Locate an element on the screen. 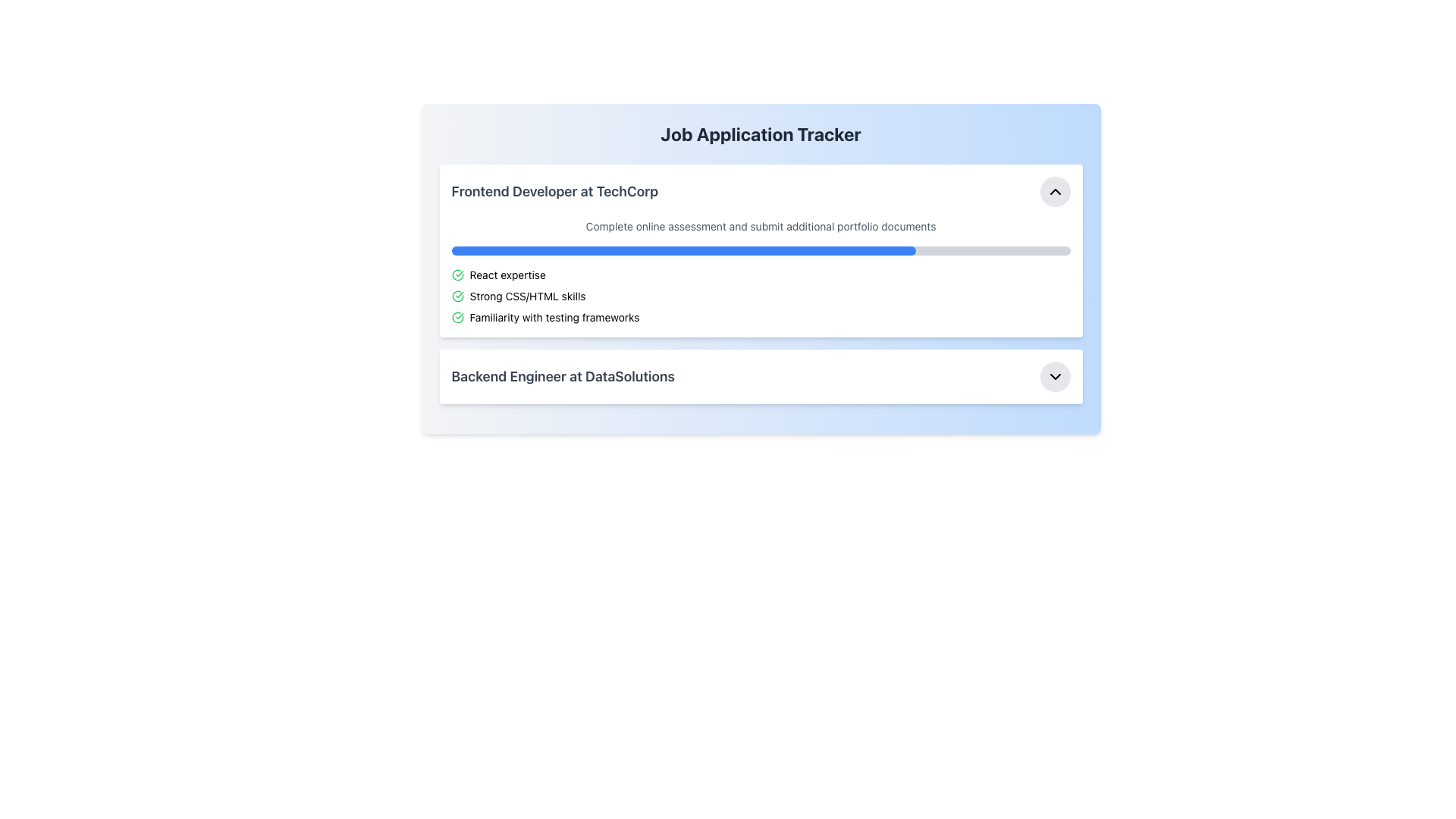  the text label that reads 'Complete online assessment and submit additional portfolio documents', which is styled with a smaller font size and gray color, located above the blue progress bar in the 'Frontend Developer at TechCorp' job posting section is located at coordinates (761, 227).